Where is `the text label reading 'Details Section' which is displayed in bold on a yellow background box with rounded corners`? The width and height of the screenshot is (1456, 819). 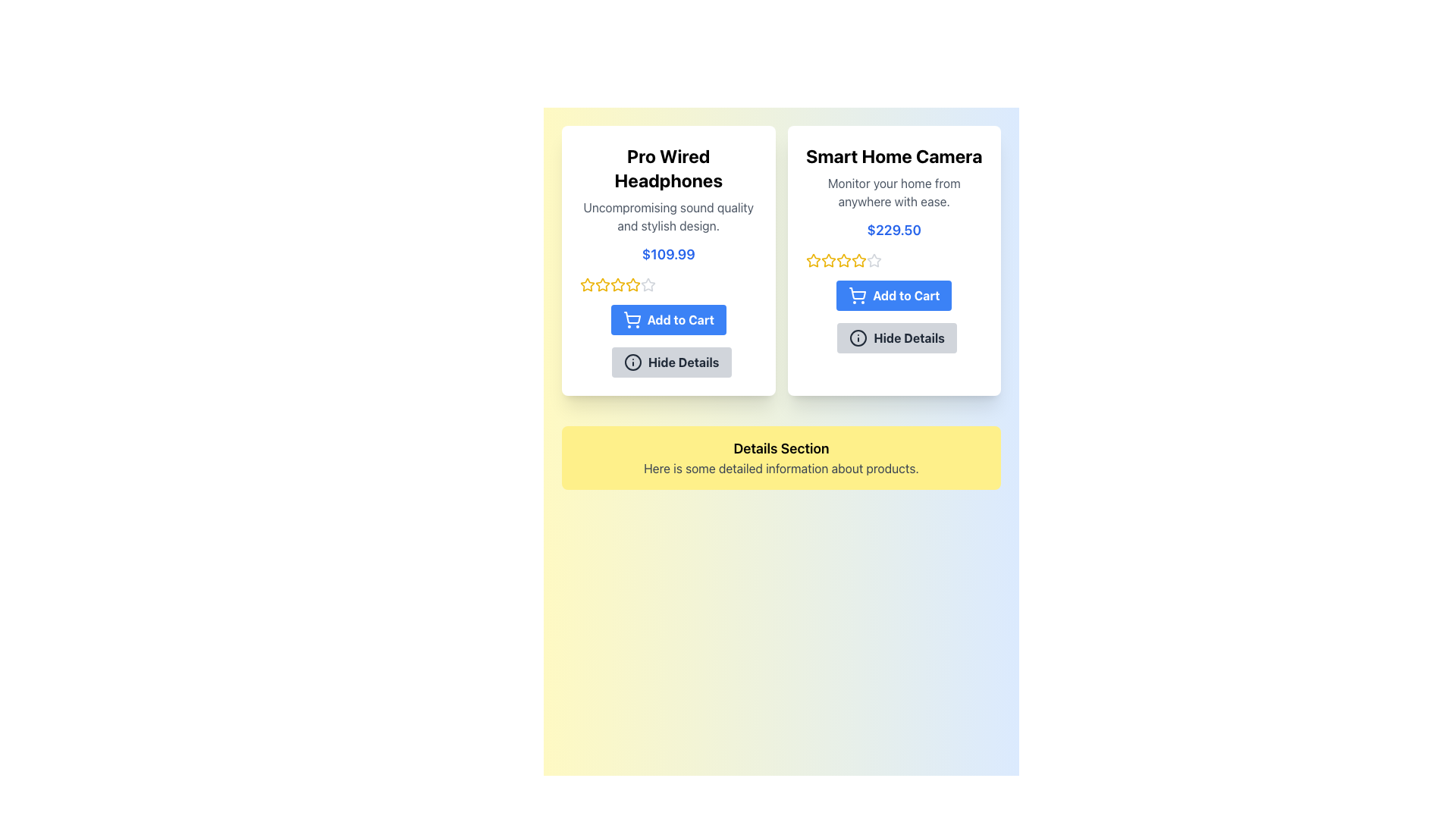
the text label reading 'Details Section' which is displayed in bold on a yellow background box with rounded corners is located at coordinates (781, 447).